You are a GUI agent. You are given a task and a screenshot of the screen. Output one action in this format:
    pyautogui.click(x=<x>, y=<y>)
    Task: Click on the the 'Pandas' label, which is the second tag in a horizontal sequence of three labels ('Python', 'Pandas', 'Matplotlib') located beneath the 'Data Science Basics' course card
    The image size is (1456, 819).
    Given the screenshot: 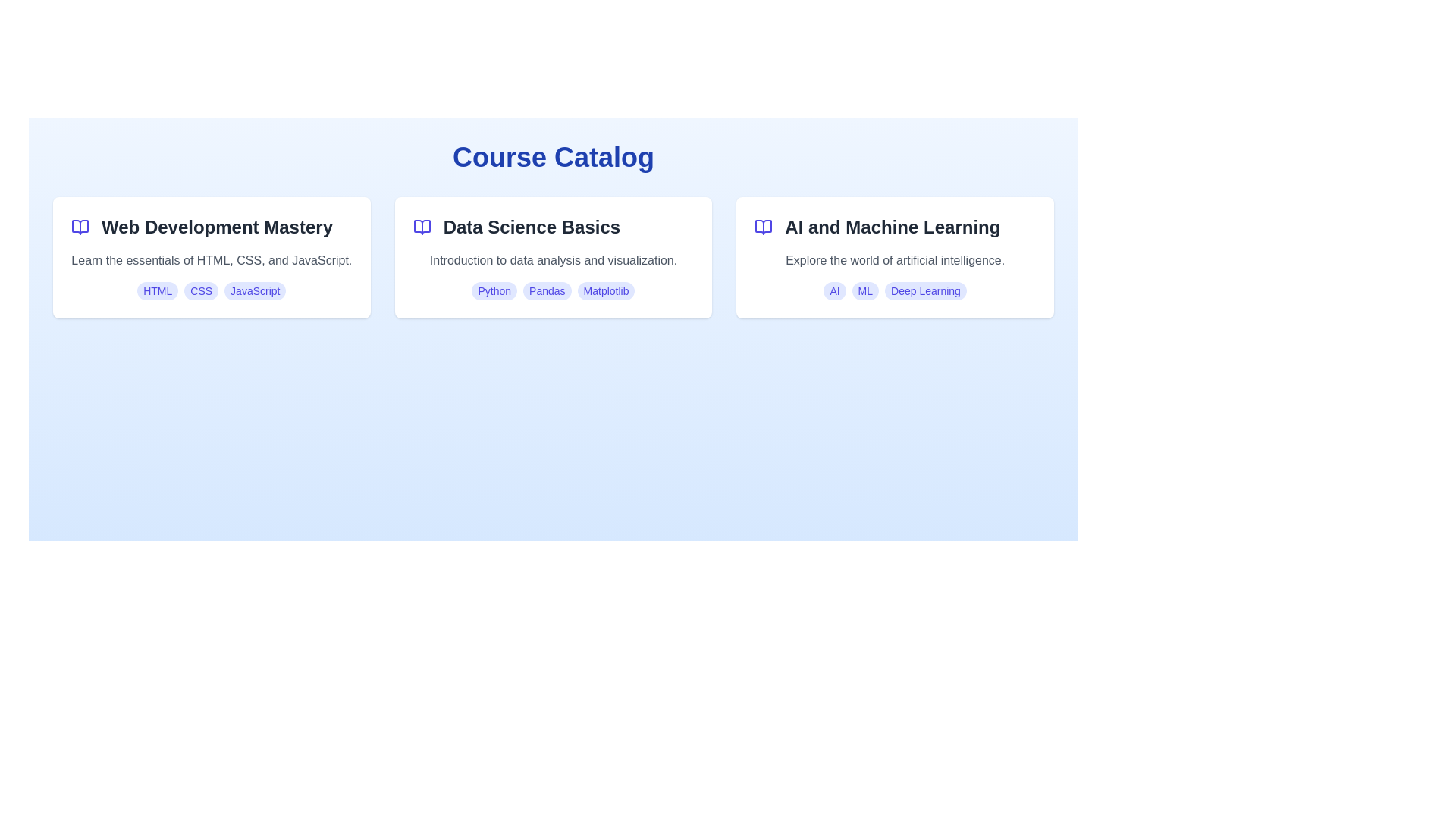 What is the action you would take?
    pyautogui.click(x=546, y=291)
    